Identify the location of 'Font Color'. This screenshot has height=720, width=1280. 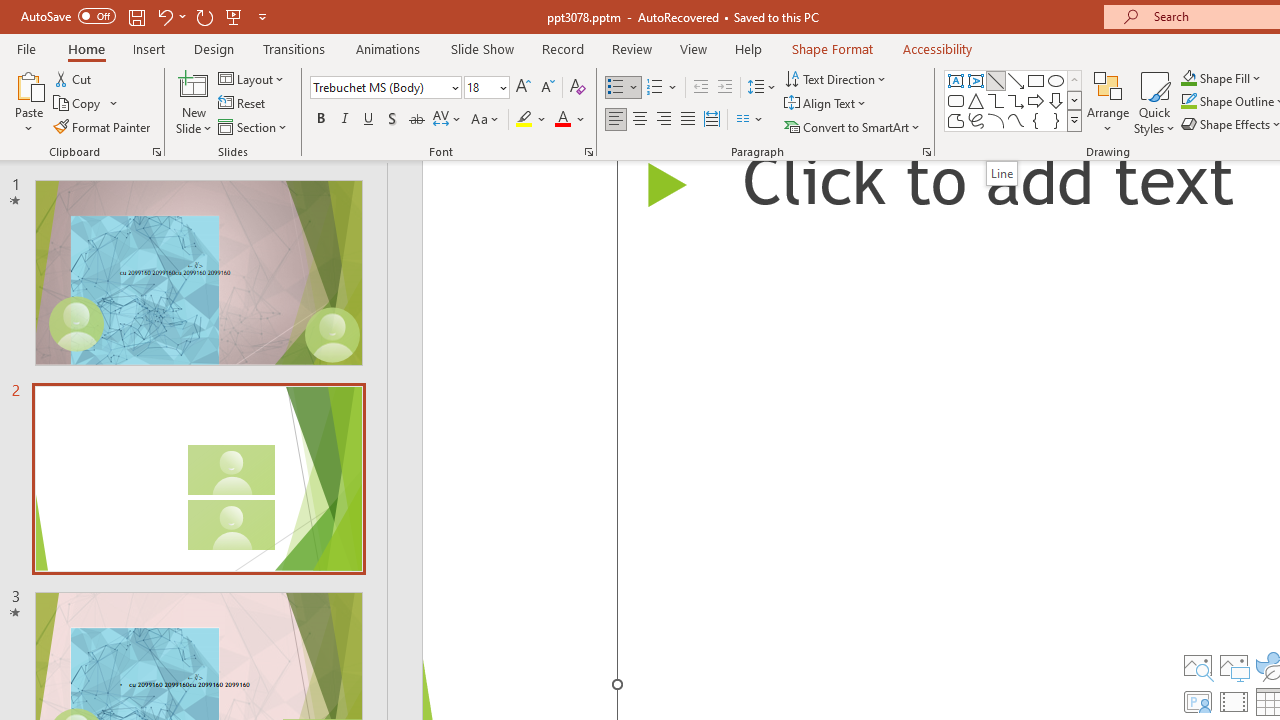
(569, 119).